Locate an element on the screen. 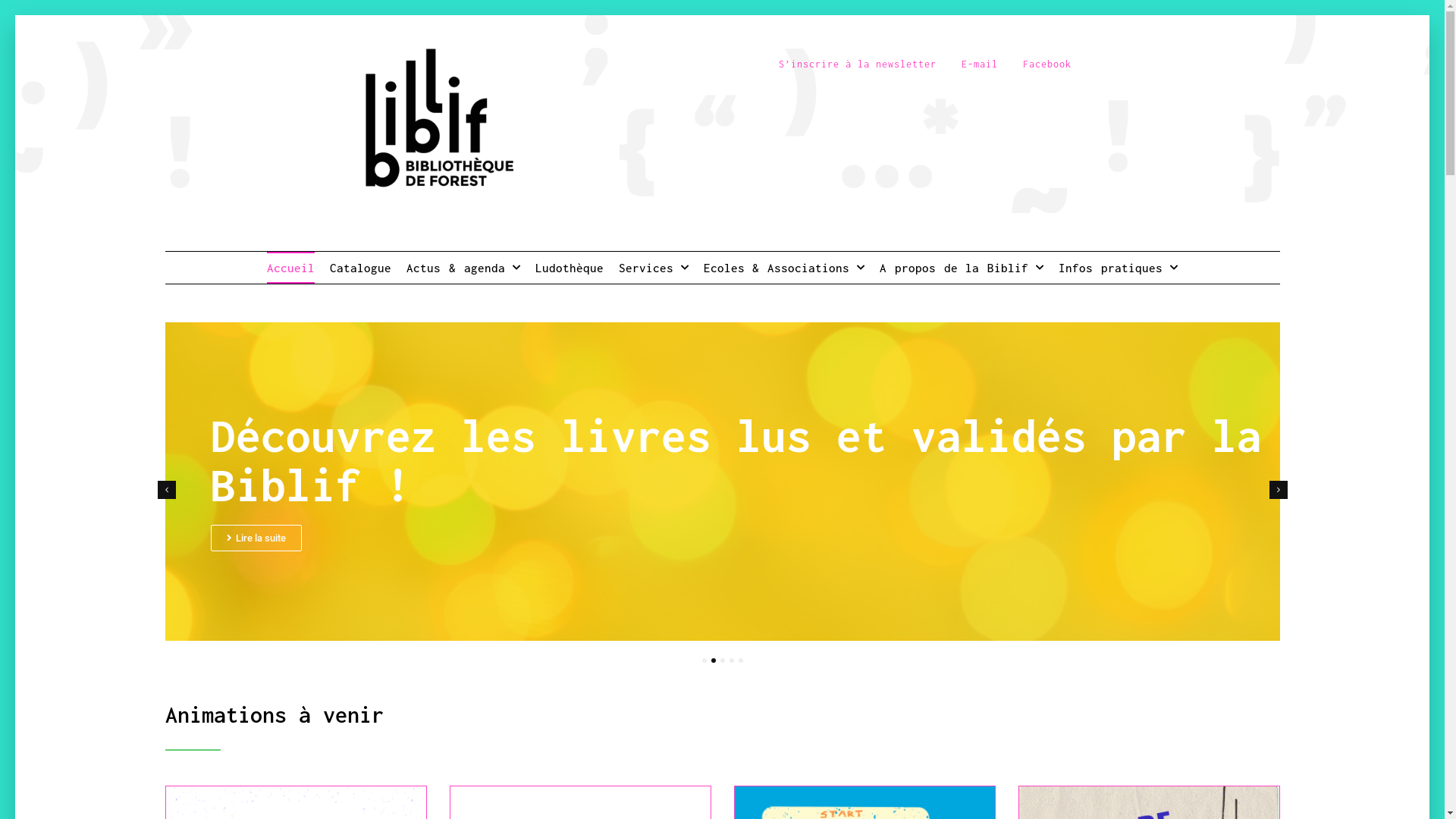 The image size is (1456, 819). 'Infos pratiques' is located at coordinates (1058, 267).